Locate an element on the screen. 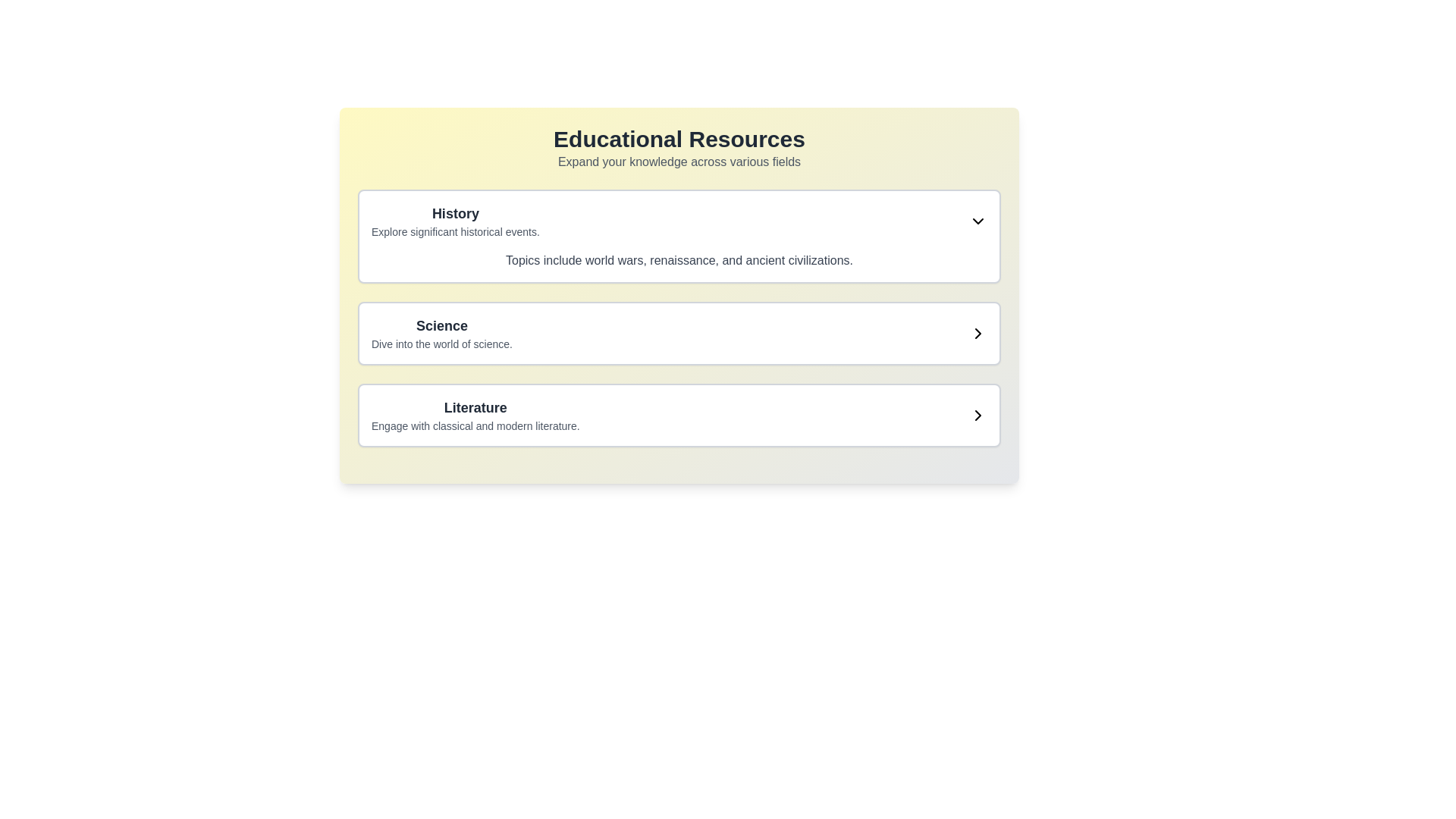 Image resolution: width=1456 pixels, height=819 pixels. the static text element that provides a brief informative description about the 'History' topic, located below the main title 'History' is located at coordinates (454, 231).